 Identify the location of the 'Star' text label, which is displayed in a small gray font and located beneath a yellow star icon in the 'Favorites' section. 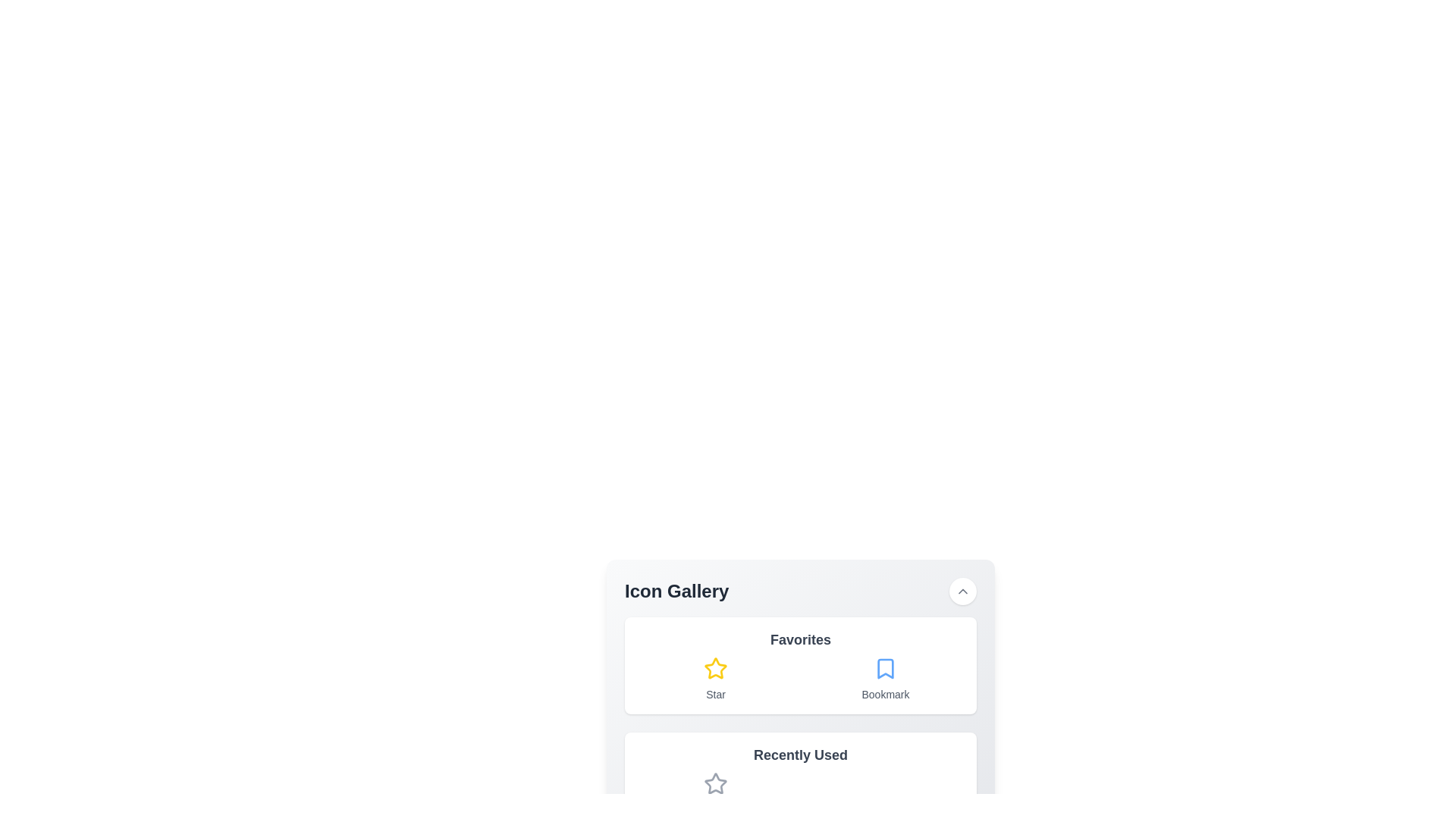
(715, 694).